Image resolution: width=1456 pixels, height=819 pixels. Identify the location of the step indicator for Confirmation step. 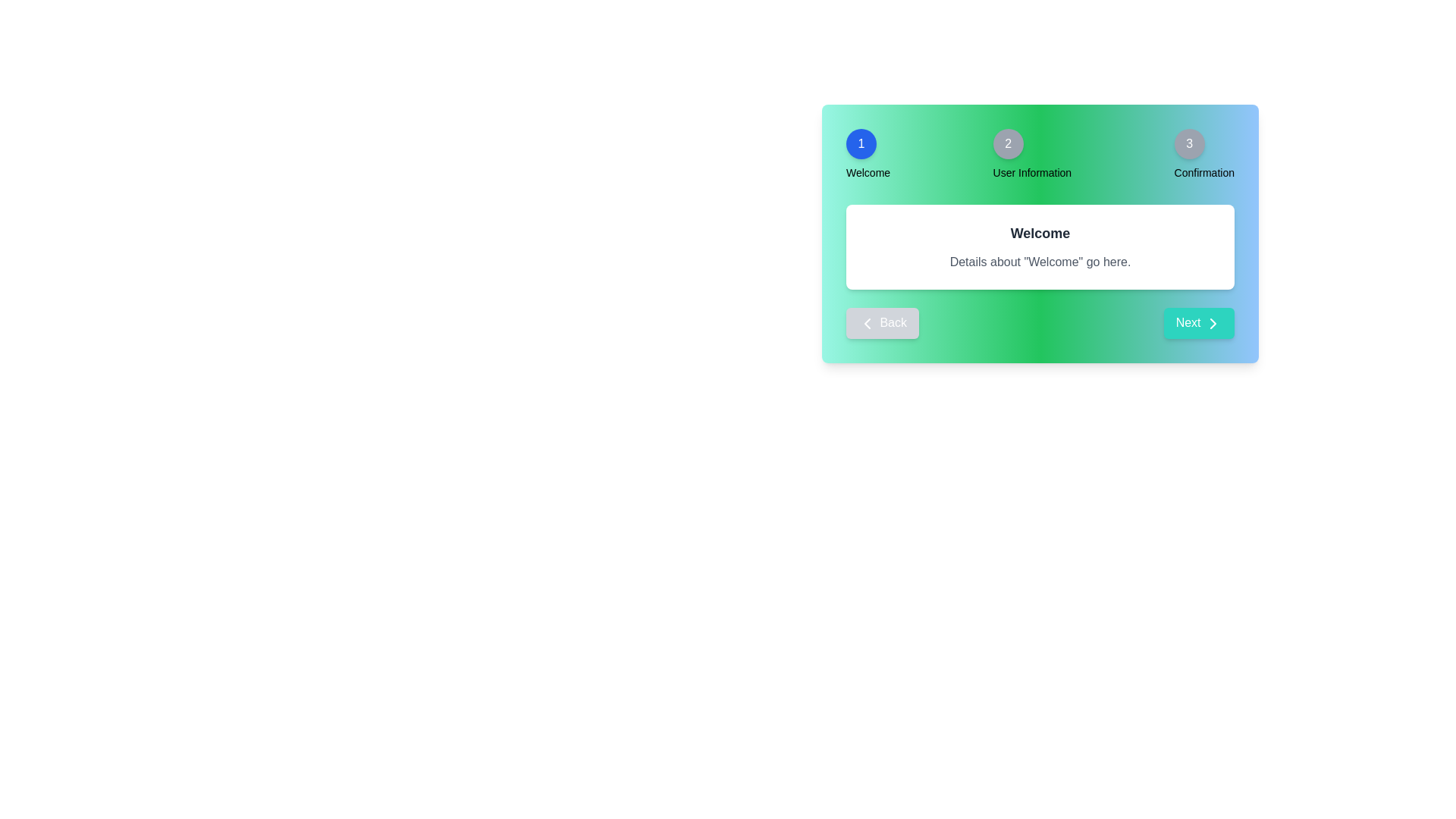
(1188, 143).